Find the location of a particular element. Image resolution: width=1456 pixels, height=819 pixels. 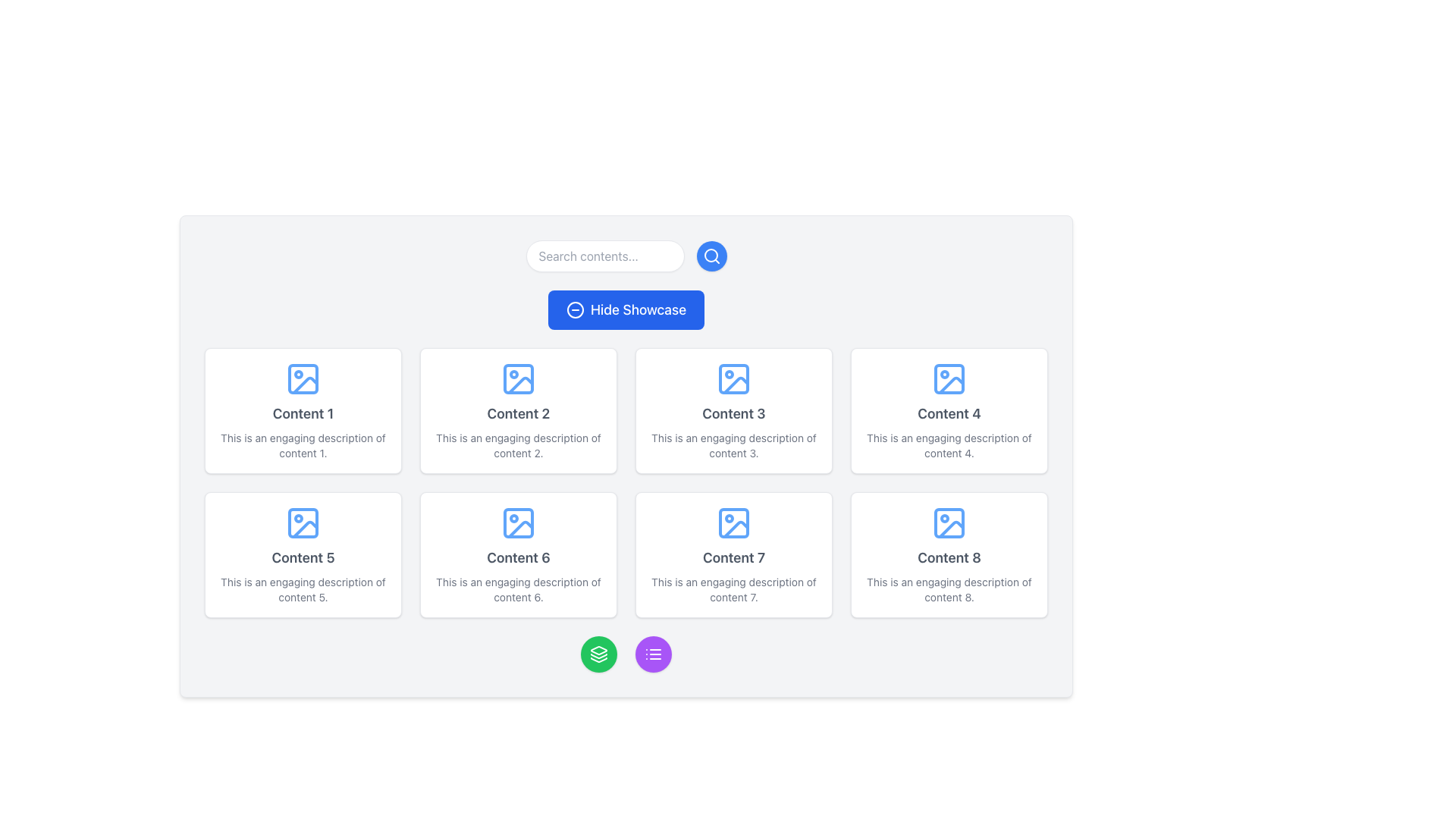

the magnifying glass icon within the rounded blue button to initiate a search is located at coordinates (711, 256).